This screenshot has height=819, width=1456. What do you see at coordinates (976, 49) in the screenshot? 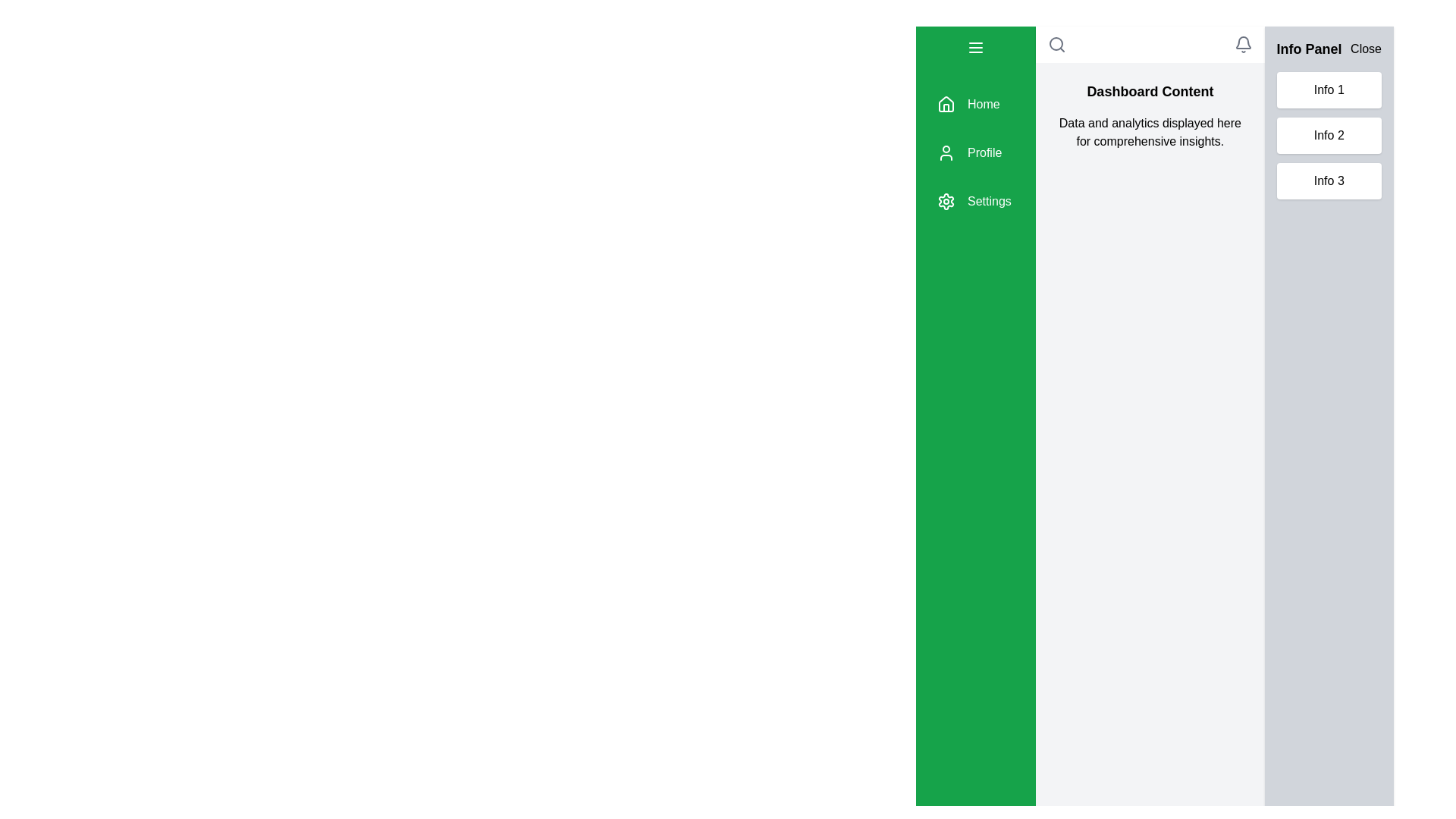
I see `the Icon button located at the top left of the green sidebar` at bounding box center [976, 49].